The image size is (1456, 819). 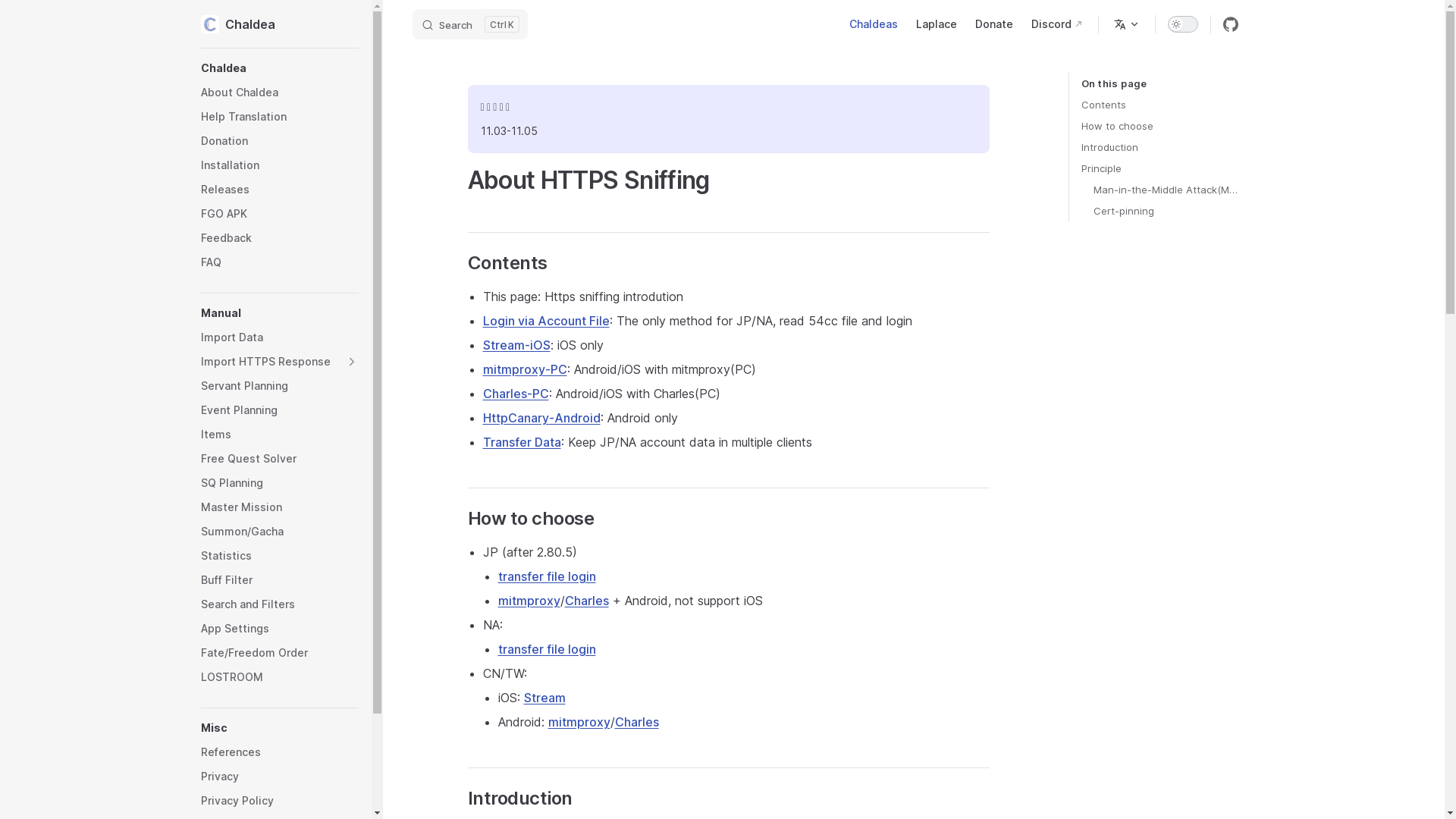 What do you see at coordinates (412, 24) in the screenshot?
I see `'Search` at bounding box center [412, 24].